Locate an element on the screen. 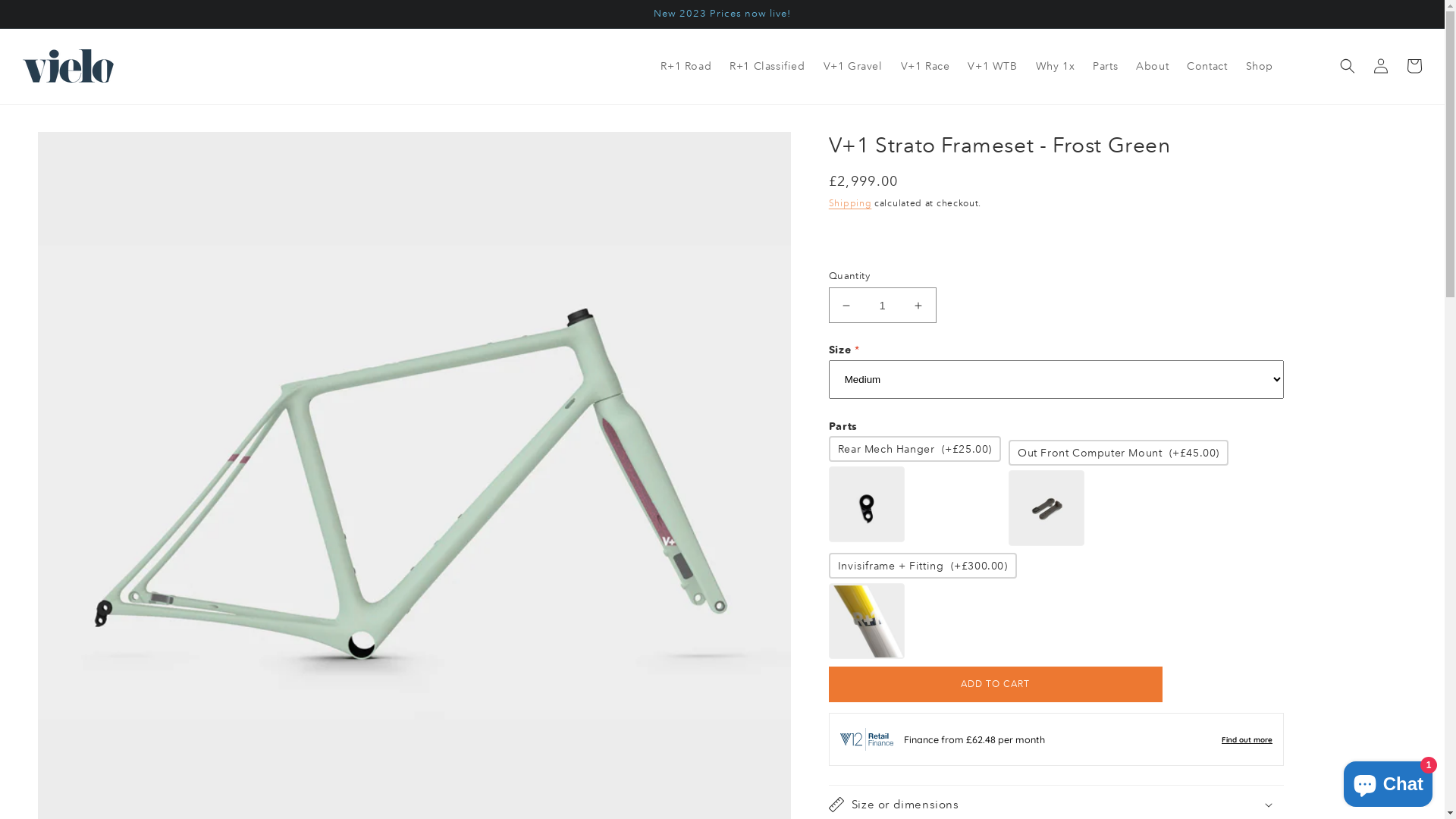 The image size is (1456, 819). 'Log in' is located at coordinates (1380, 65).